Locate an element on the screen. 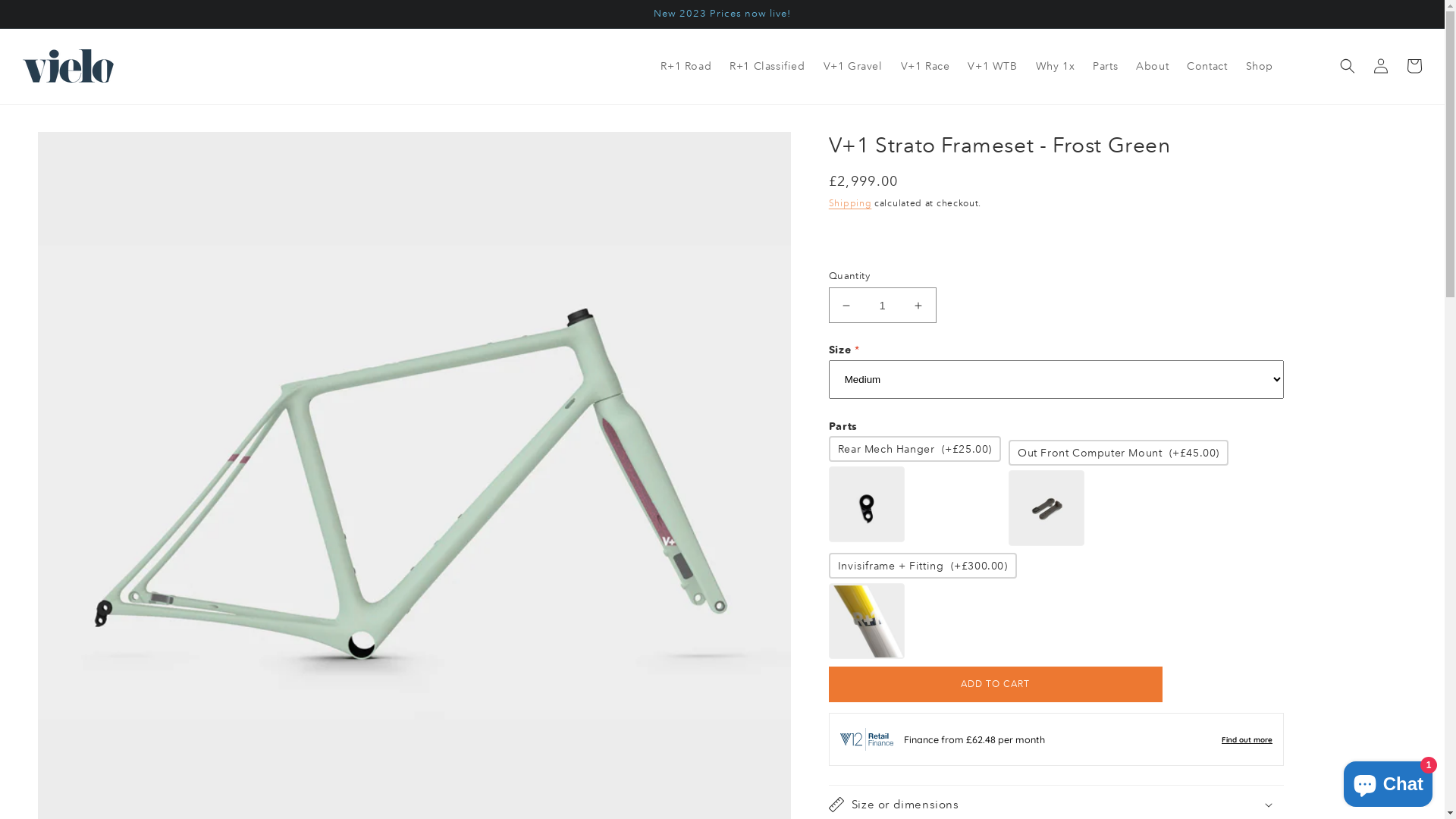 The image size is (1456, 819). 'Log in' is located at coordinates (1380, 65).